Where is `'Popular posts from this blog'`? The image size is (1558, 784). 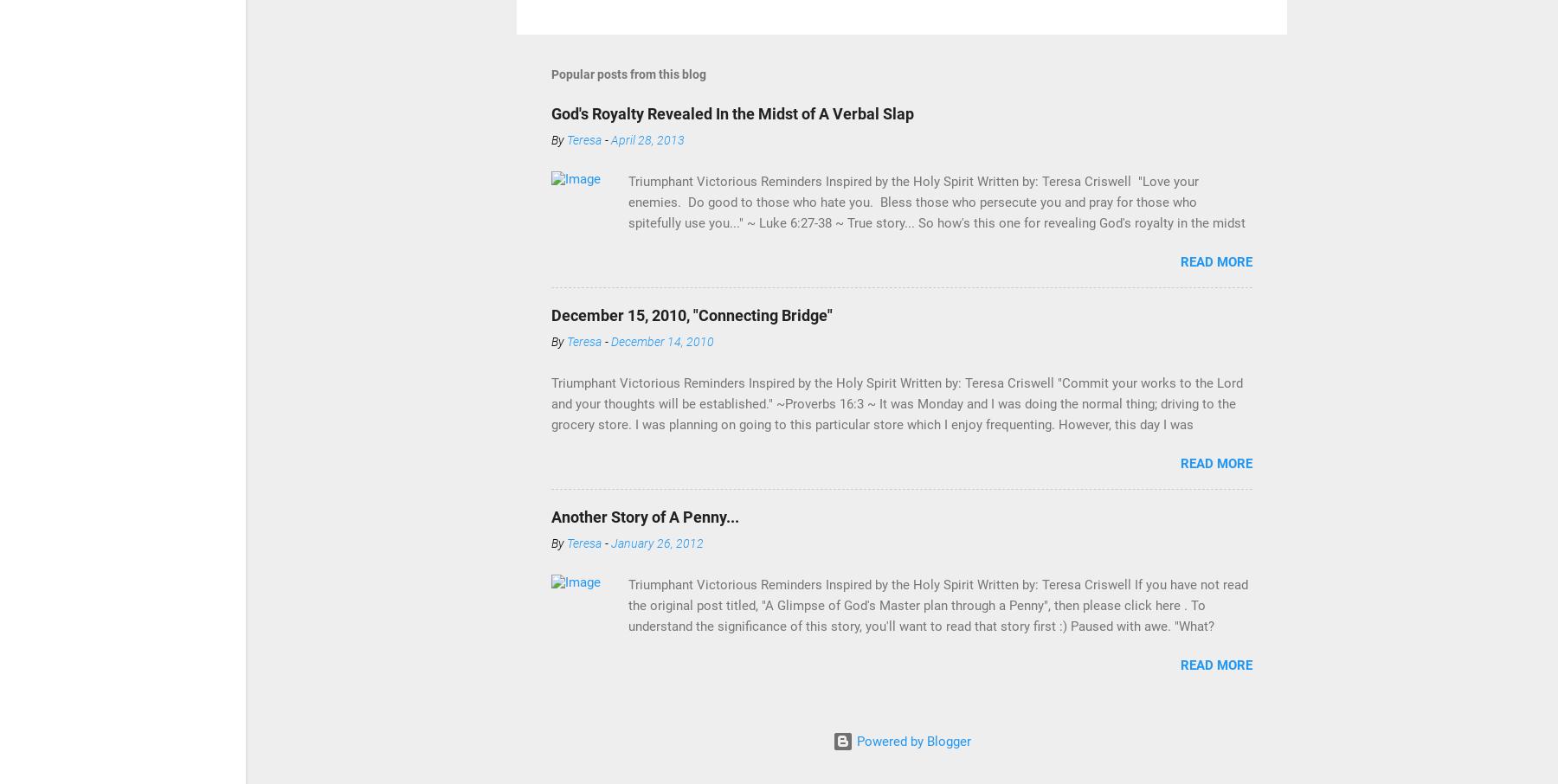
'Popular posts from this blog' is located at coordinates (628, 74).